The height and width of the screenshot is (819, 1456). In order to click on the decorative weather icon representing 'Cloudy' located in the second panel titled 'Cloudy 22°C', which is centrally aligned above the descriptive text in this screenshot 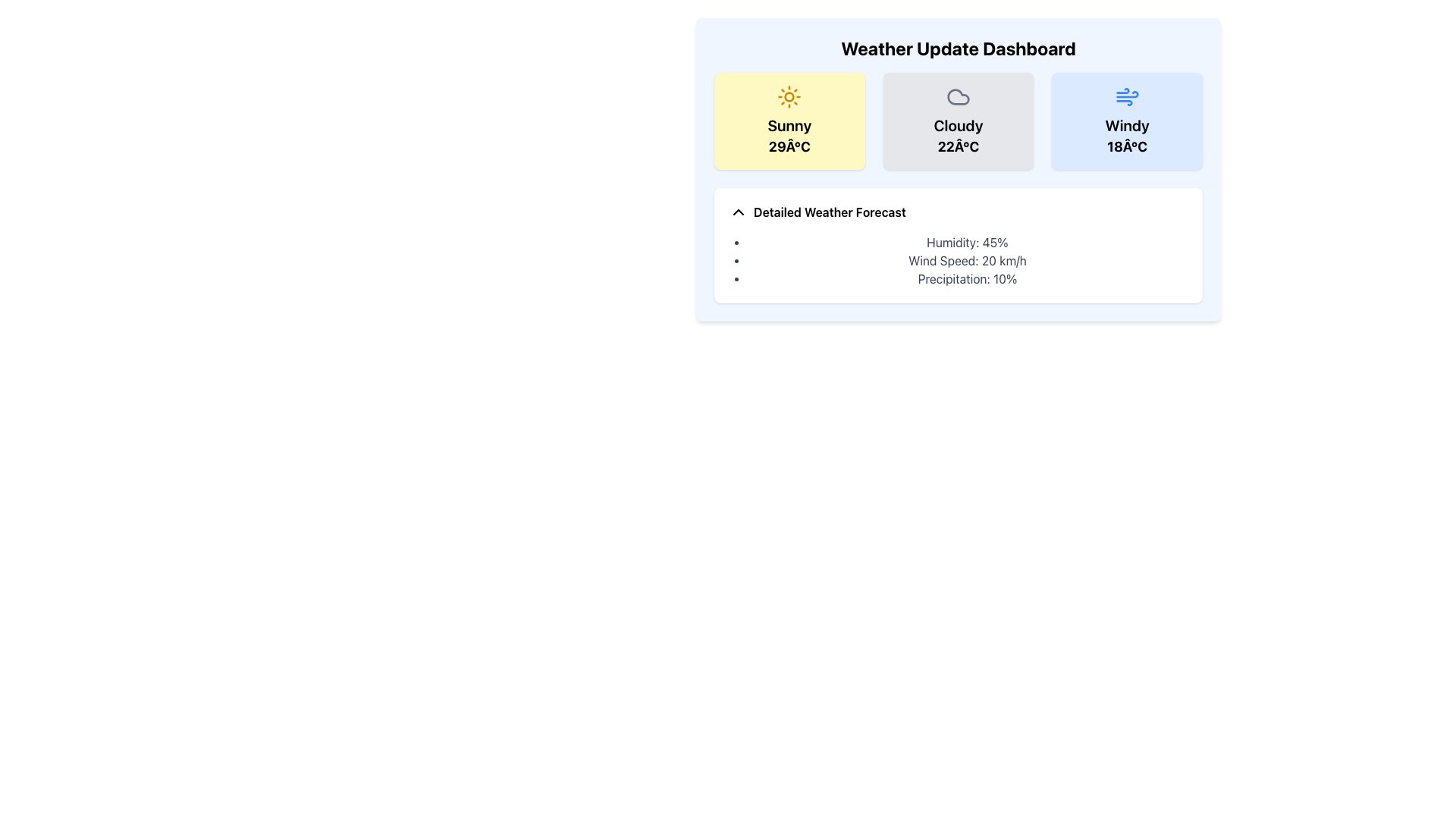, I will do `click(957, 96)`.